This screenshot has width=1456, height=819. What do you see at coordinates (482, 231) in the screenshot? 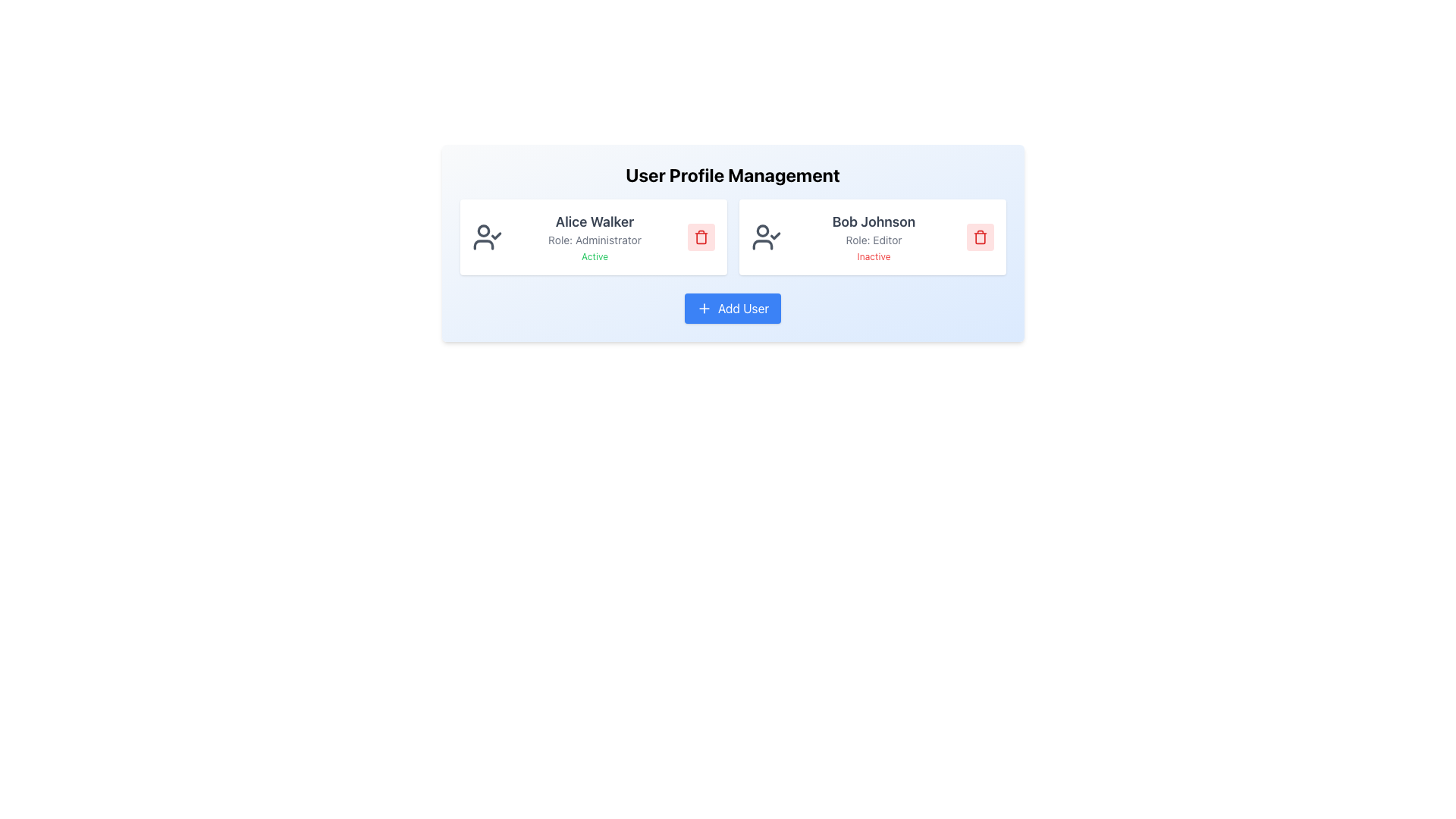
I see `the SVG circle representing the user's head in the user profile management section for 'Alice Walker, Role: Administrator'` at bounding box center [482, 231].